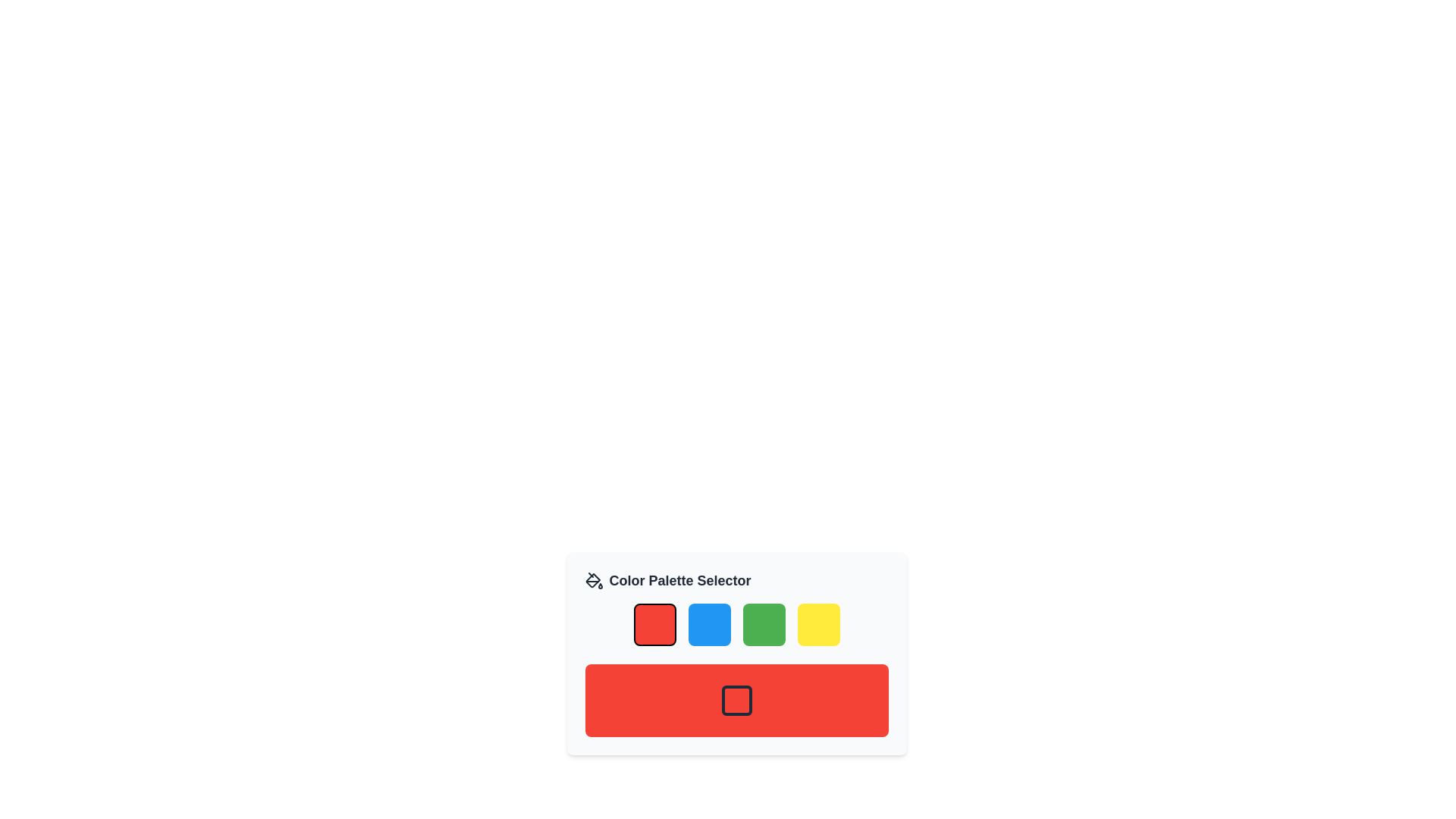 The width and height of the screenshot is (1456, 819). What do you see at coordinates (736, 701) in the screenshot?
I see `the rectangular red button with rounded corners located at the bottom of the 'Color Palette Selector' panel` at bounding box center [736, 701].